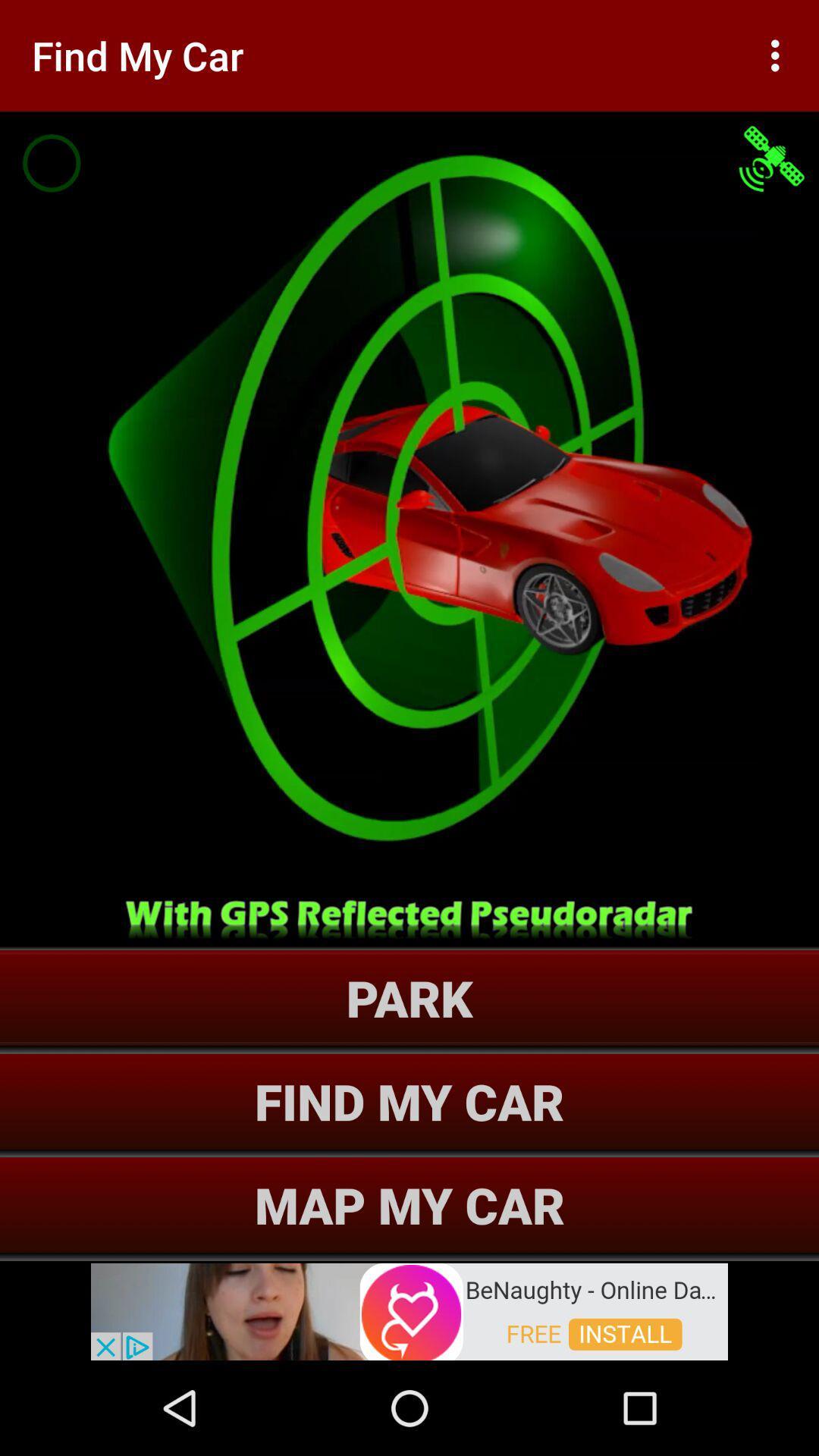 The width and height of the screenshot is (819, 1456). What do you see at coordinates (409, 1310) in the screenshot?
I see `advisement` at bounding box center [409, 1310].